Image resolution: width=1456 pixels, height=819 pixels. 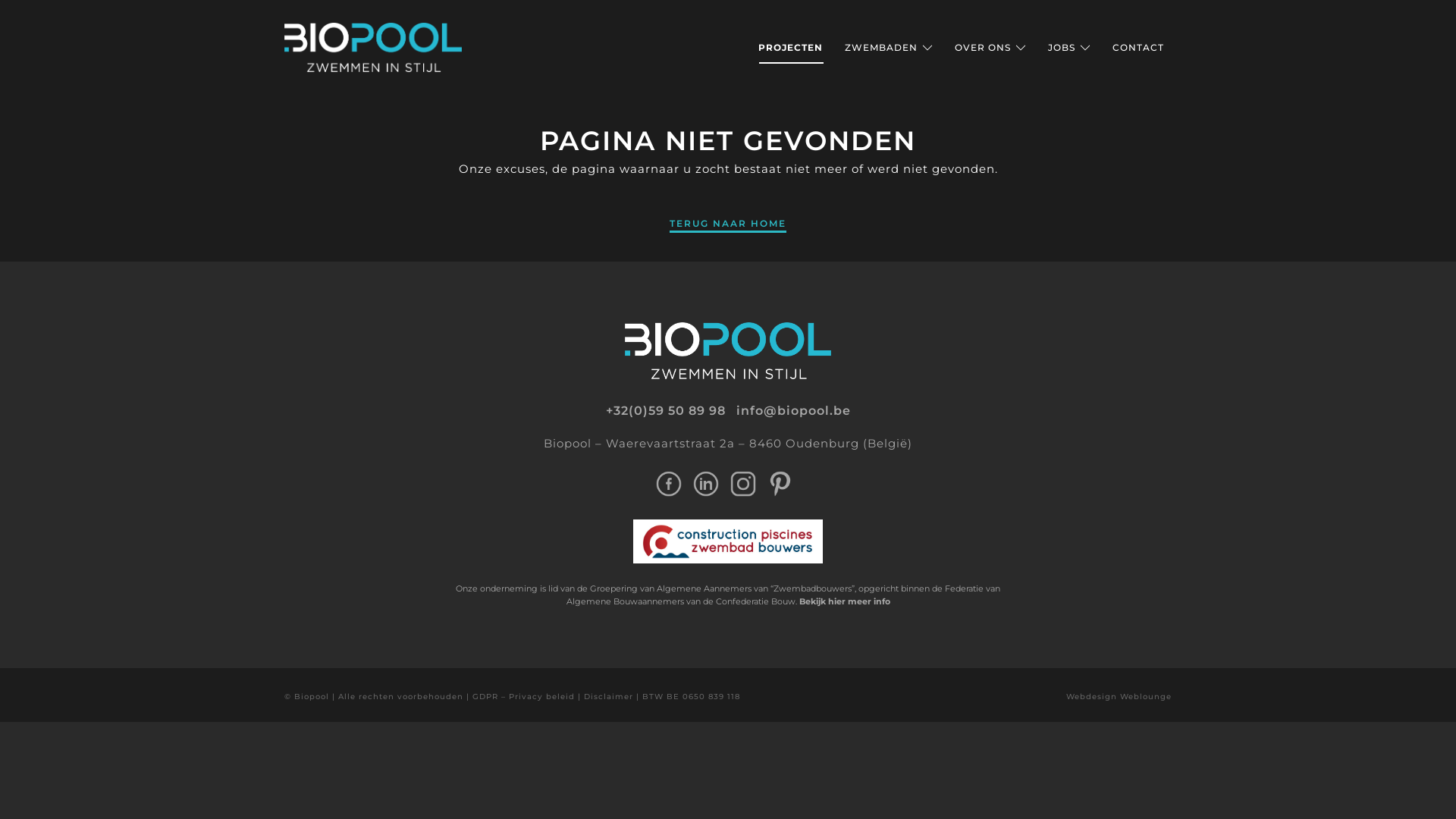 What do you see at coordinates (1138, 46) in the screenshot?
I see `'CONTACT'` at bounding box center [1138, 46].